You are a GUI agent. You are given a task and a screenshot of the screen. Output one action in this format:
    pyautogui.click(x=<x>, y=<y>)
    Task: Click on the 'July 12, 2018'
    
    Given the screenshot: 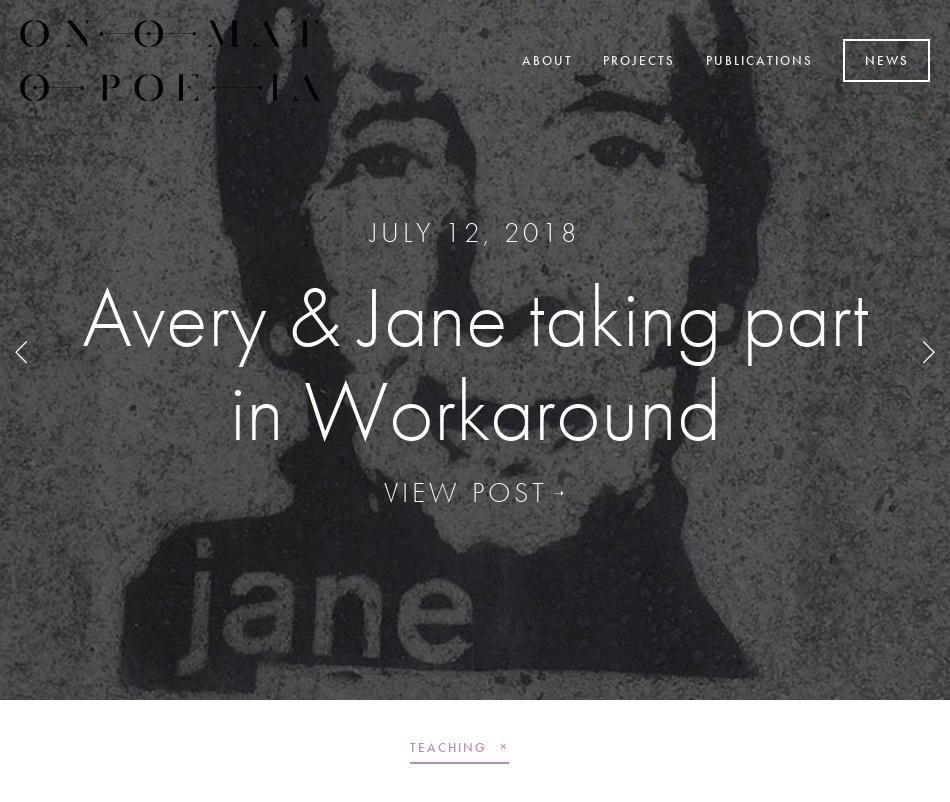 What is the action you would take?
    pyautogui.click(x=475, y=230)
    